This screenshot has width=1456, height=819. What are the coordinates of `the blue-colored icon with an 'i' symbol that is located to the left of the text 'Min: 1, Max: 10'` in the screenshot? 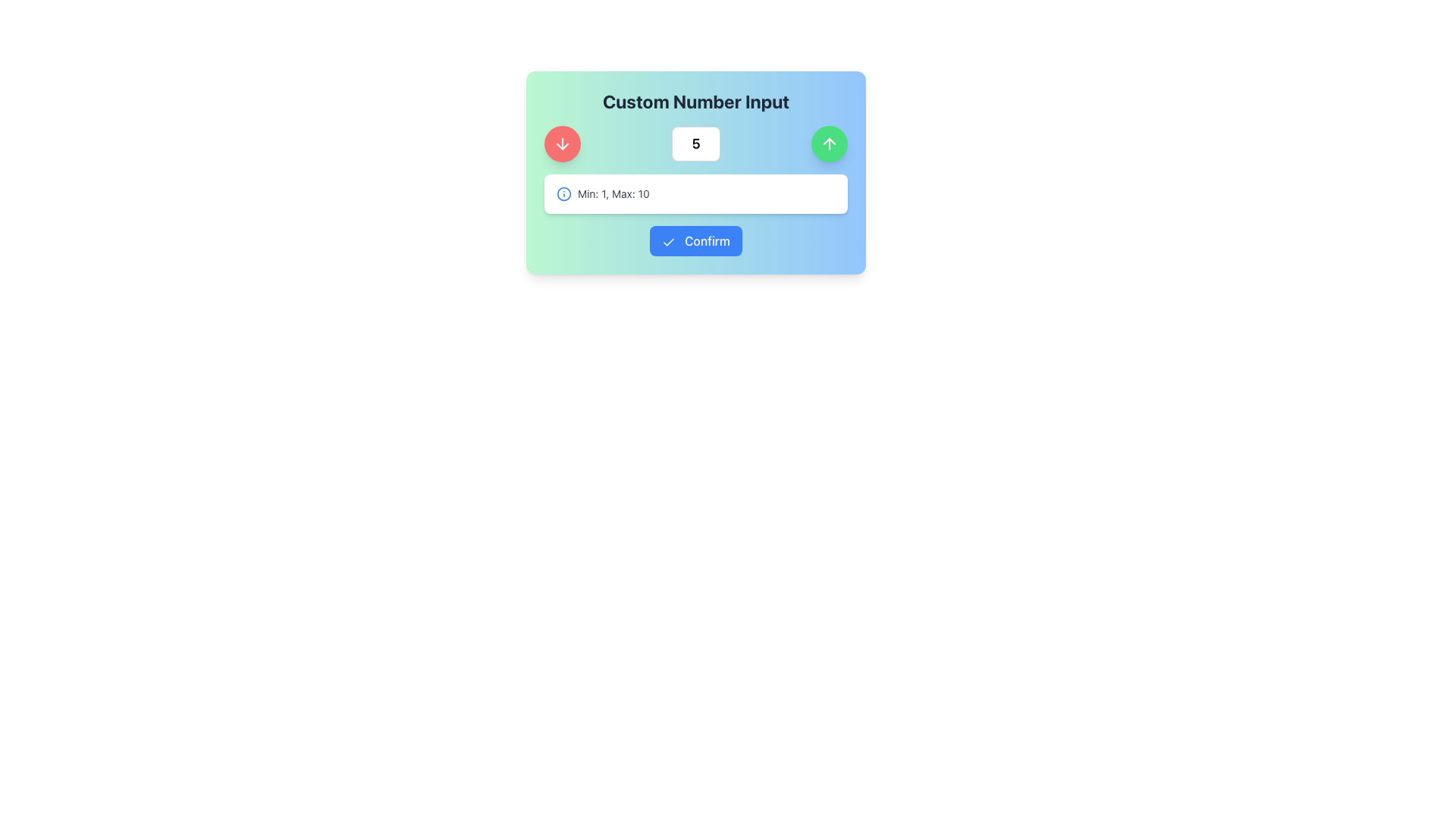 It's located at (563, 193).